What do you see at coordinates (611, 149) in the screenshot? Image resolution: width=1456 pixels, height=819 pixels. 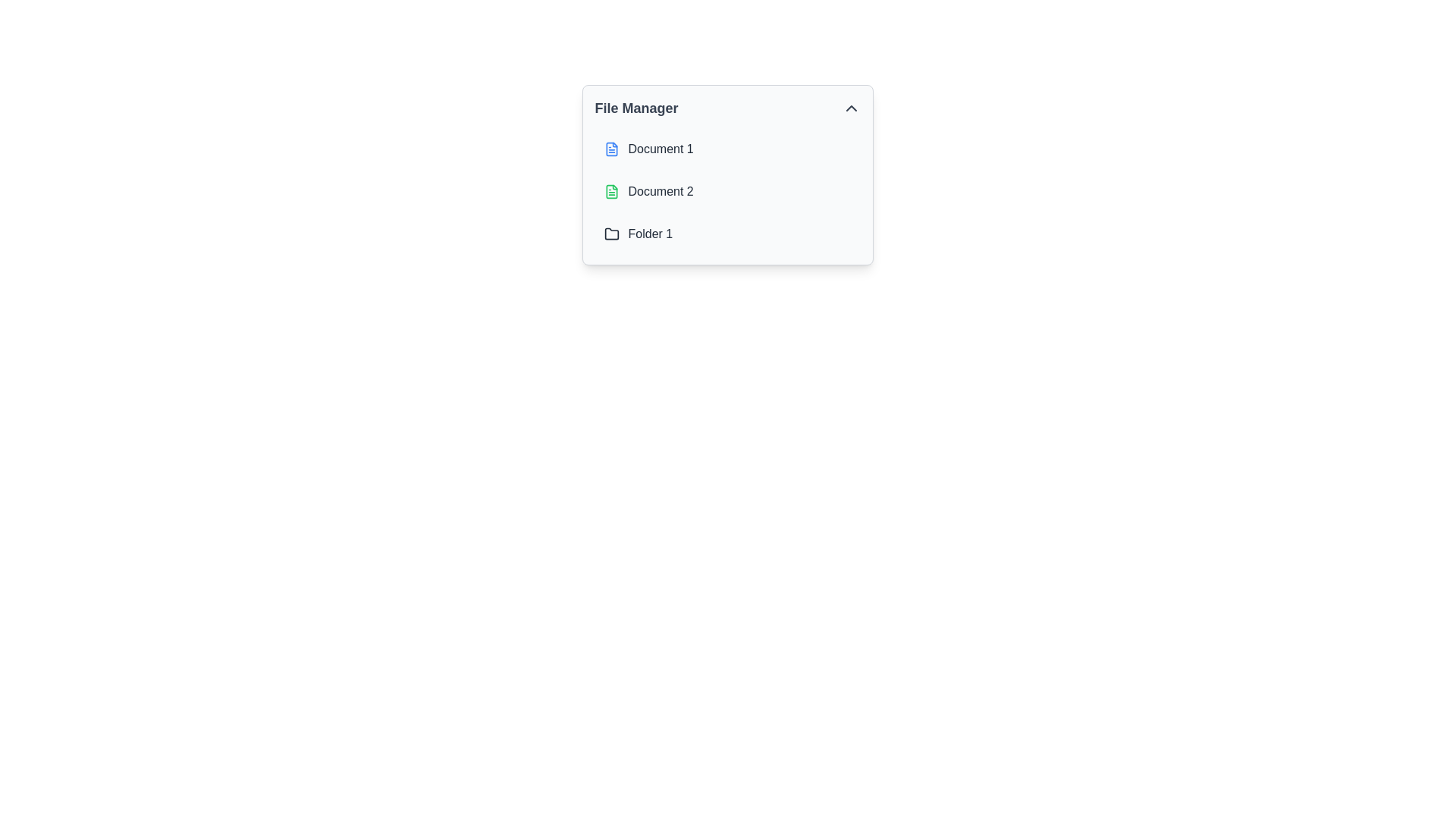 I see `the rectangular icon resembling a file with a folded corner, outlined in blue, located in the 'File Manager' list next to the label 'Document 1'` at bounding box center [611, 149].